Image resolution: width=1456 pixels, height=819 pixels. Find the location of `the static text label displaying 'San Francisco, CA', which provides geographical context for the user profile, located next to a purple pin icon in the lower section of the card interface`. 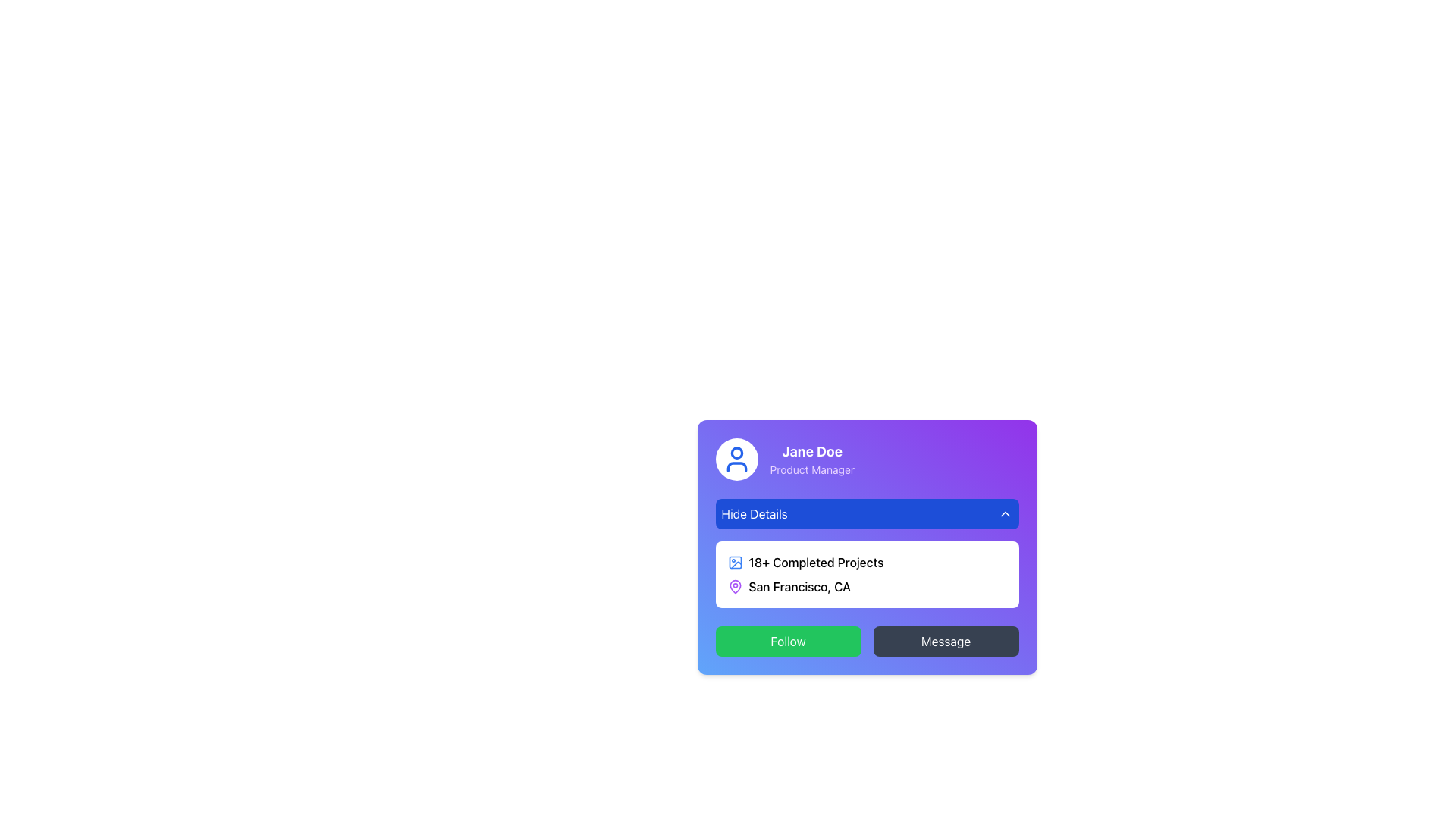

the static text label displaying 'San Francisco, CA', which provides geographical context for the user profile, located next to a purple pin icon in the lower section of the card interface is located at coordinates (799, 586).